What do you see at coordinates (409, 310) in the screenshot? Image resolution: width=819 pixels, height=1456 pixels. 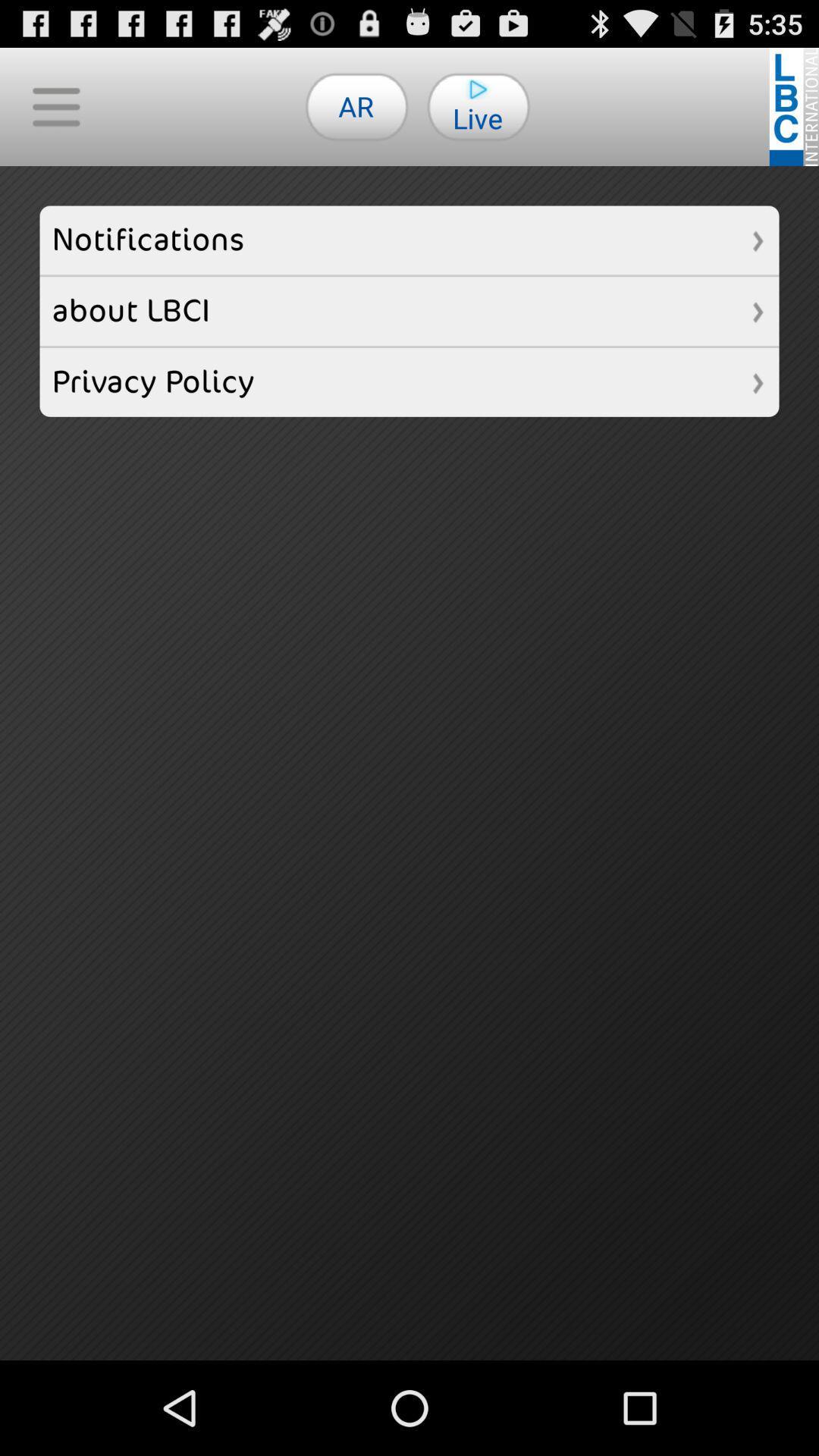 I see `the about lbci icon` at bounding box center [409, 310].